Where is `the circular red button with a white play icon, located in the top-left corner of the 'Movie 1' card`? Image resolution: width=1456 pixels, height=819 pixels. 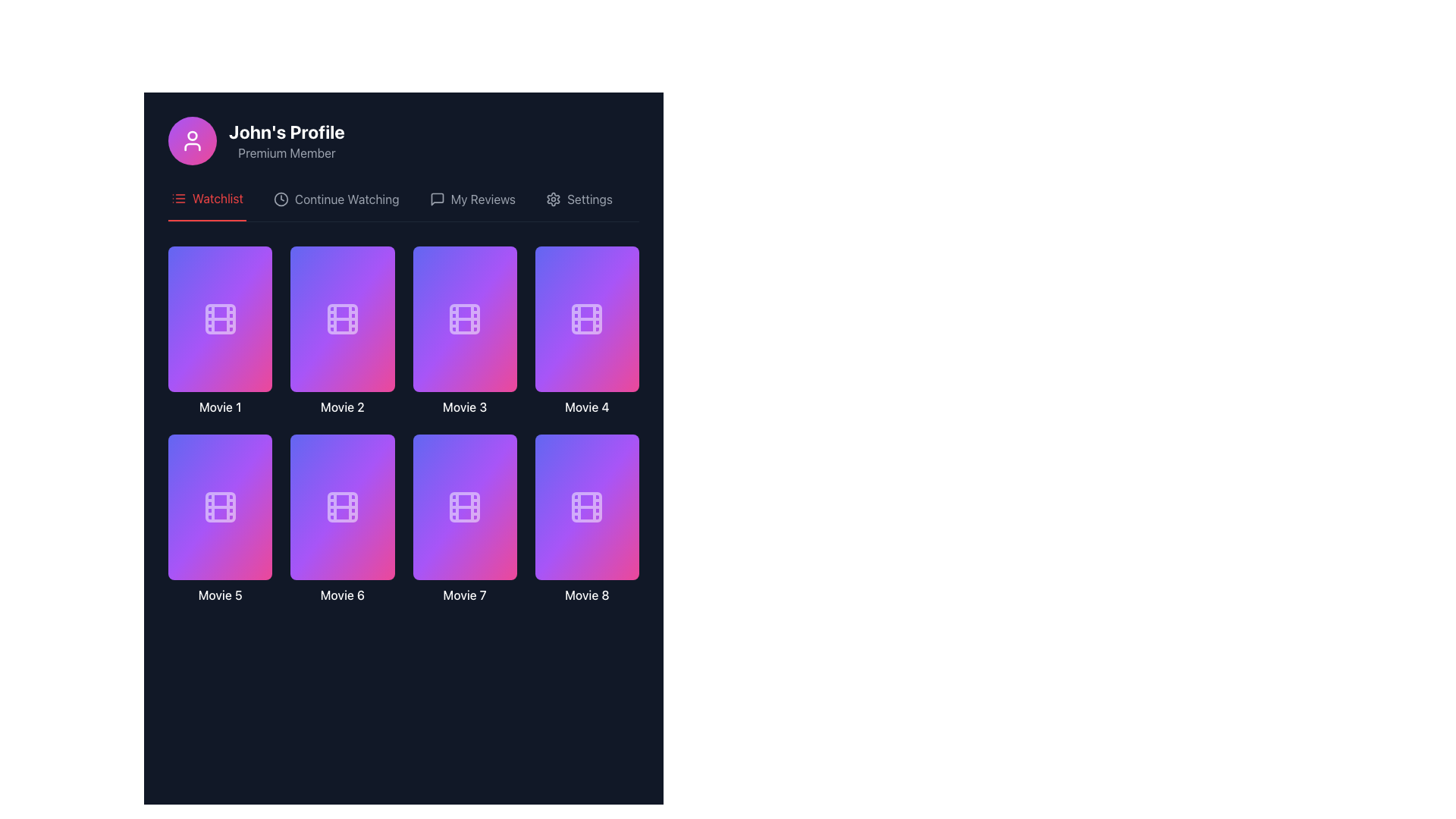 the circular red button with a white play icon, located in the top-left corner of the 'Movie 1' card is located at coordinates (219, 311).